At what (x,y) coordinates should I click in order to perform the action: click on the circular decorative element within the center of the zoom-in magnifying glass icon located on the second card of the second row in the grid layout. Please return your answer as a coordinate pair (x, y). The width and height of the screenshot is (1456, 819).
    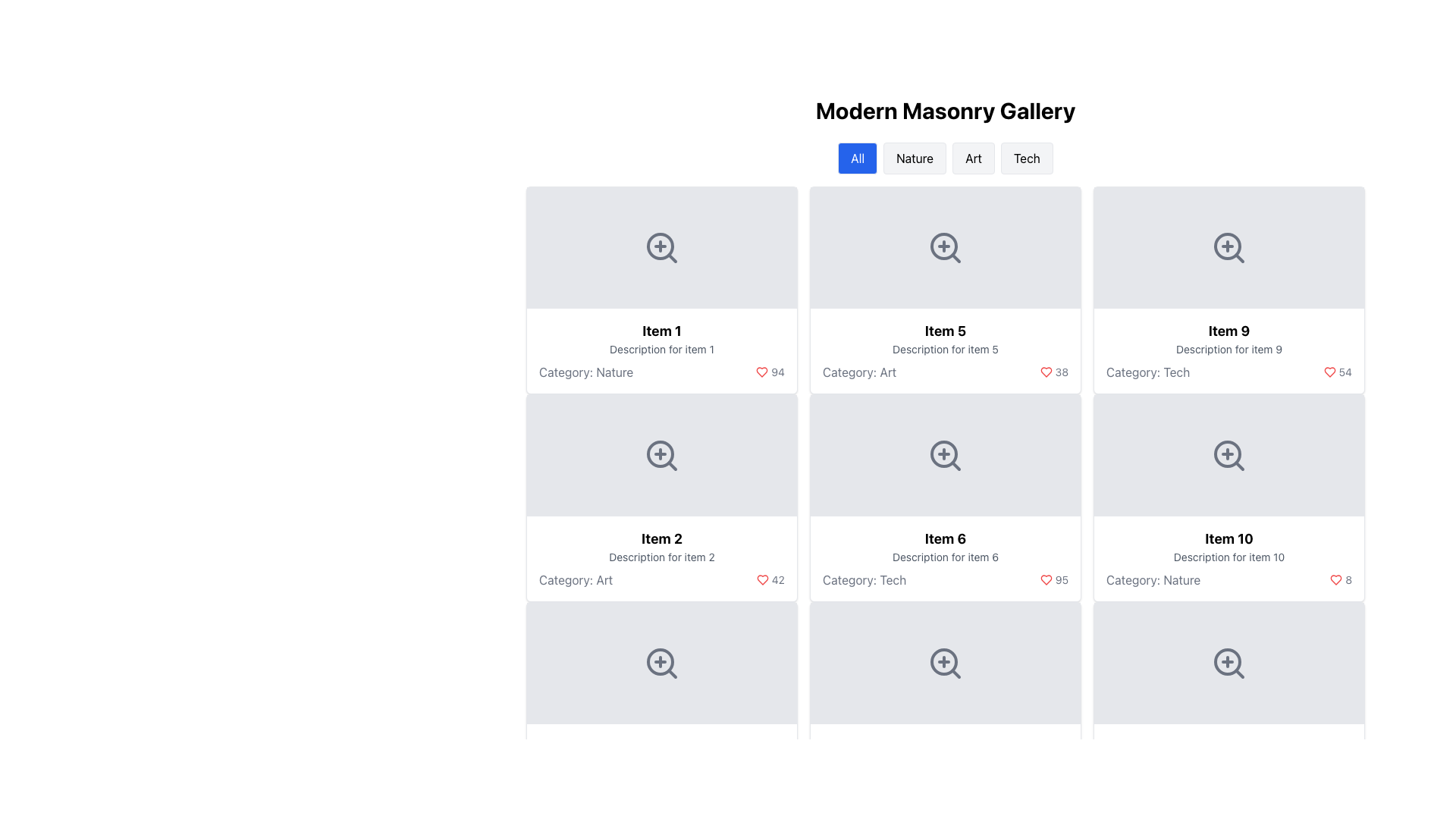
    Looking at the image, I should click on (943, 453).